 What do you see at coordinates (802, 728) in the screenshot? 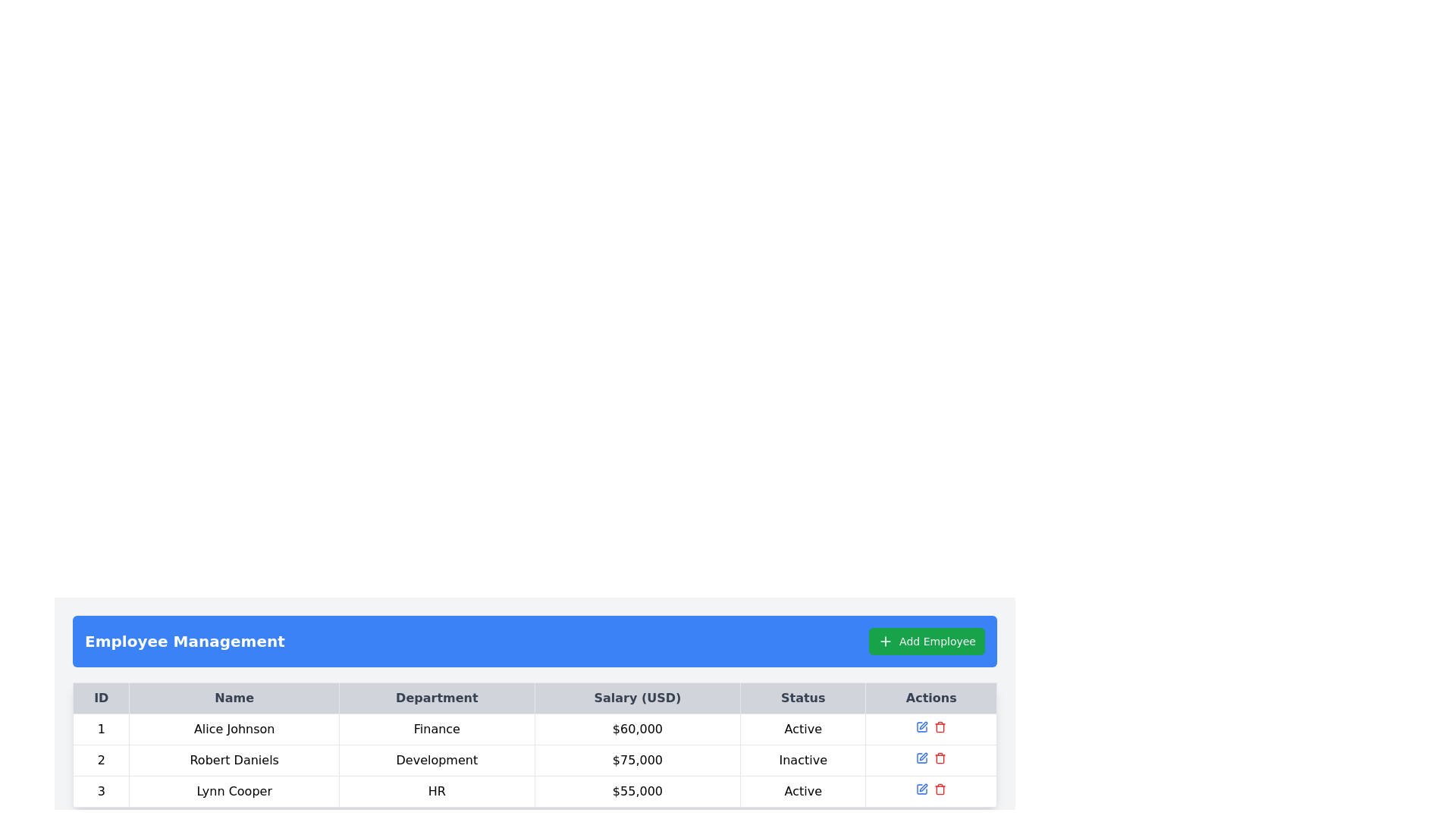
I see `the static text field indicating the employment status as 'Active' for Alice Johnson in the last column of the first row of the table` at bounding box center [802, 728].